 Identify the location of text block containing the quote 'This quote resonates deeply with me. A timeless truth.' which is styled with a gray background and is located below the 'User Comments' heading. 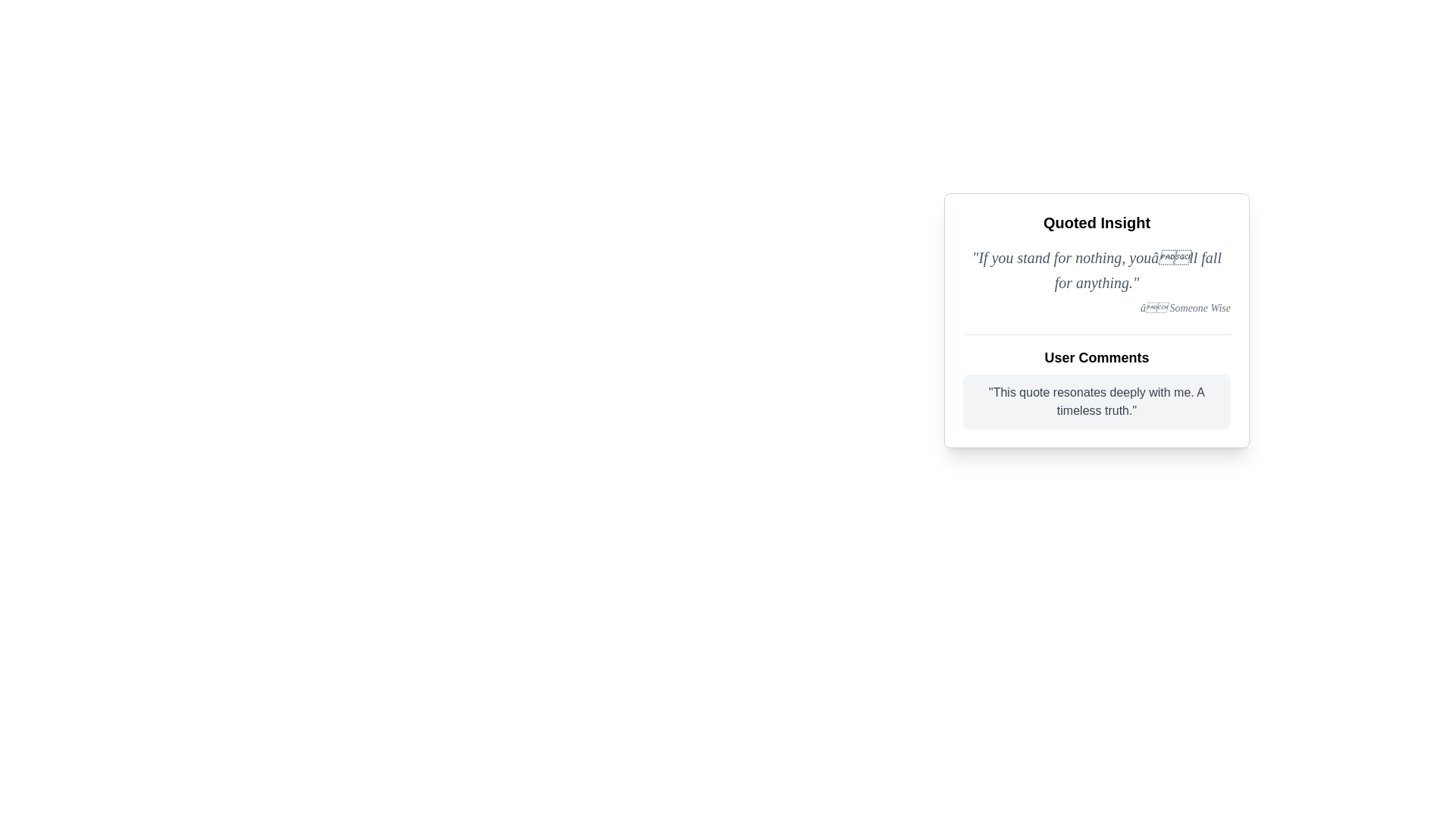
(1097, 400).